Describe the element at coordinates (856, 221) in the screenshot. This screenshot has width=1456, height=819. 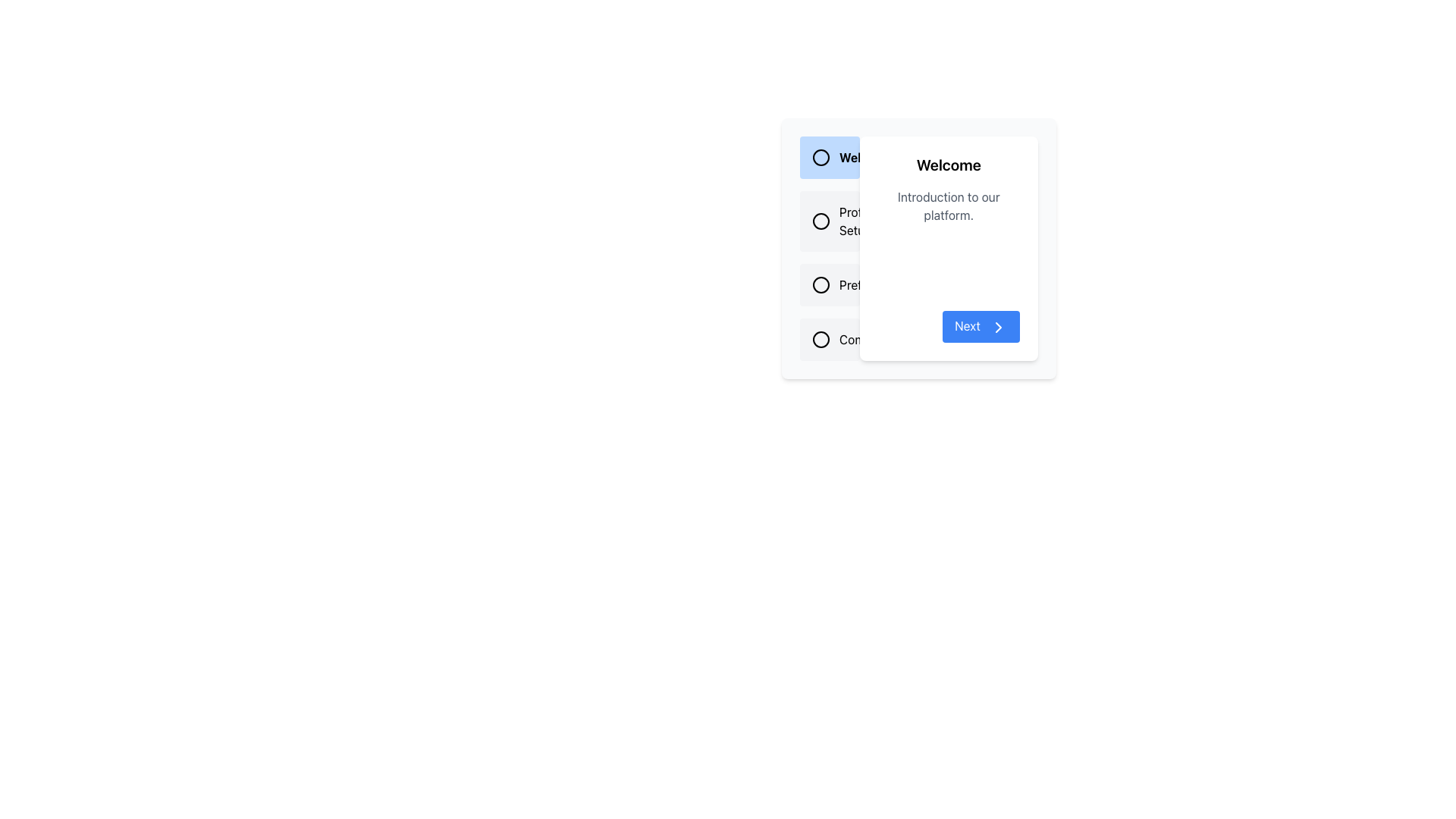
I see `the radio button associated with the 'Profile Setup' text label located below 'Welcome' and above 'Preferences' in the vertical list` at that location.